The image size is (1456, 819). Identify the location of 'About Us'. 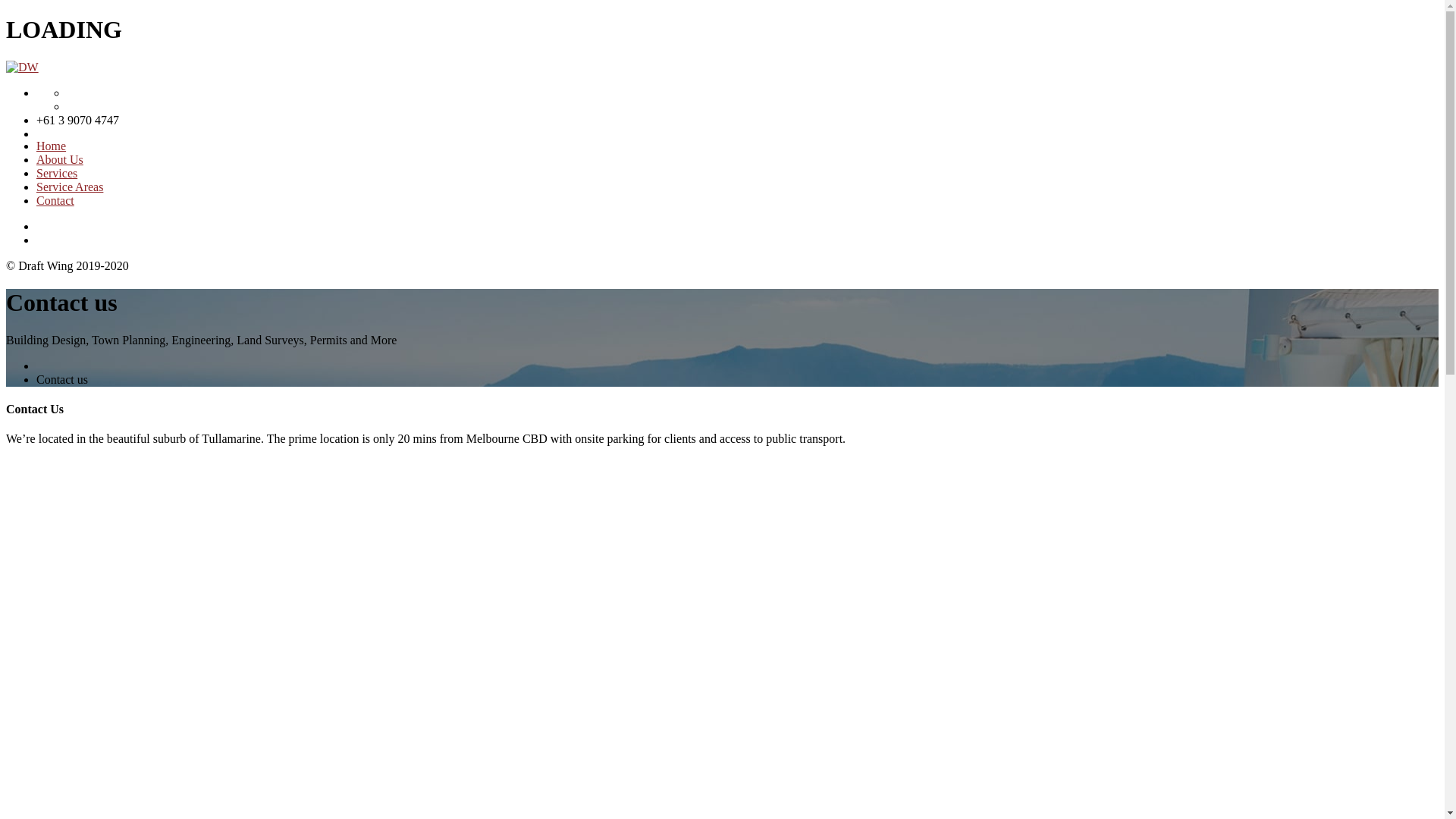
(36, 159).